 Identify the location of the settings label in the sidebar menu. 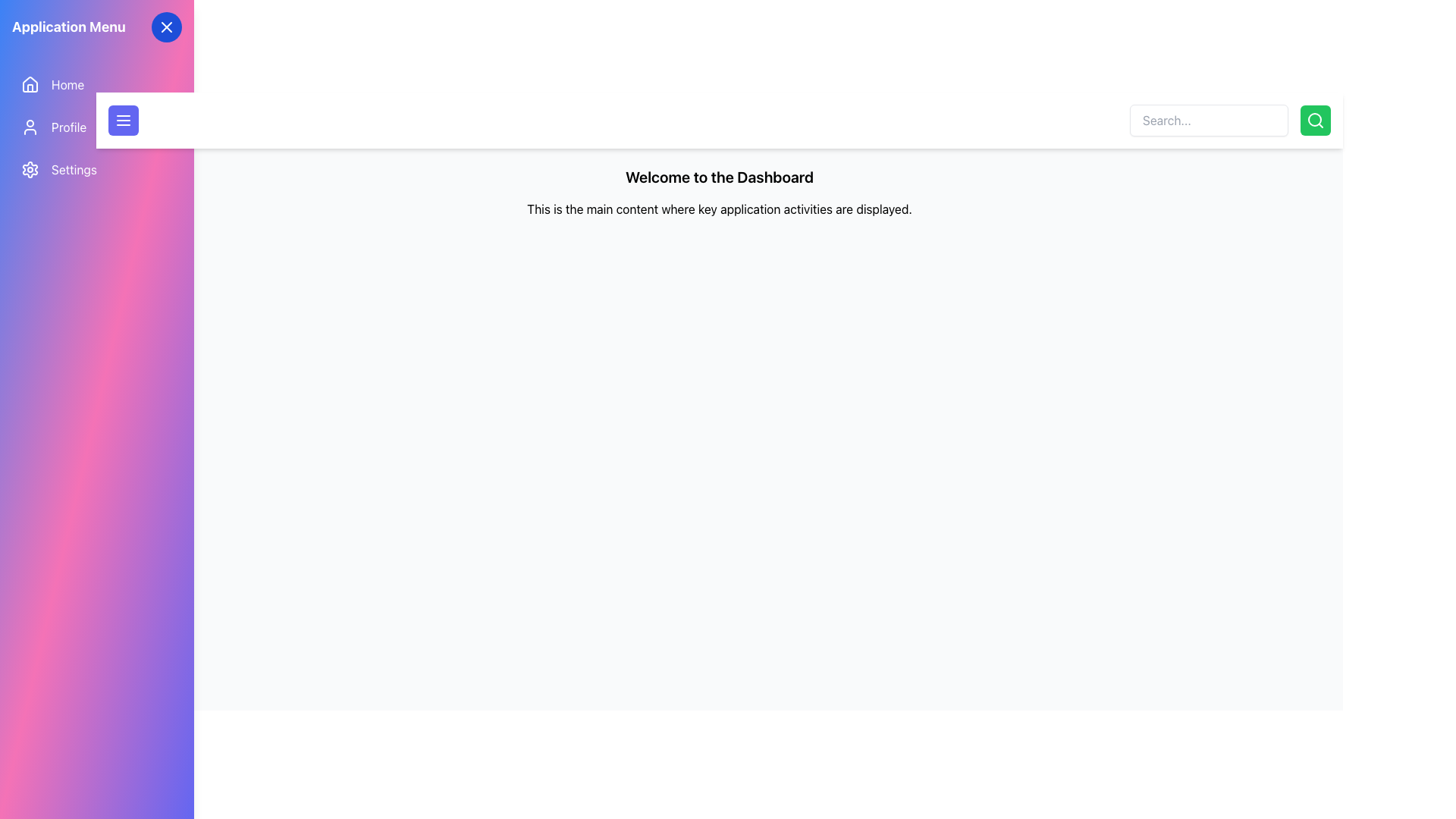
(73, 169).